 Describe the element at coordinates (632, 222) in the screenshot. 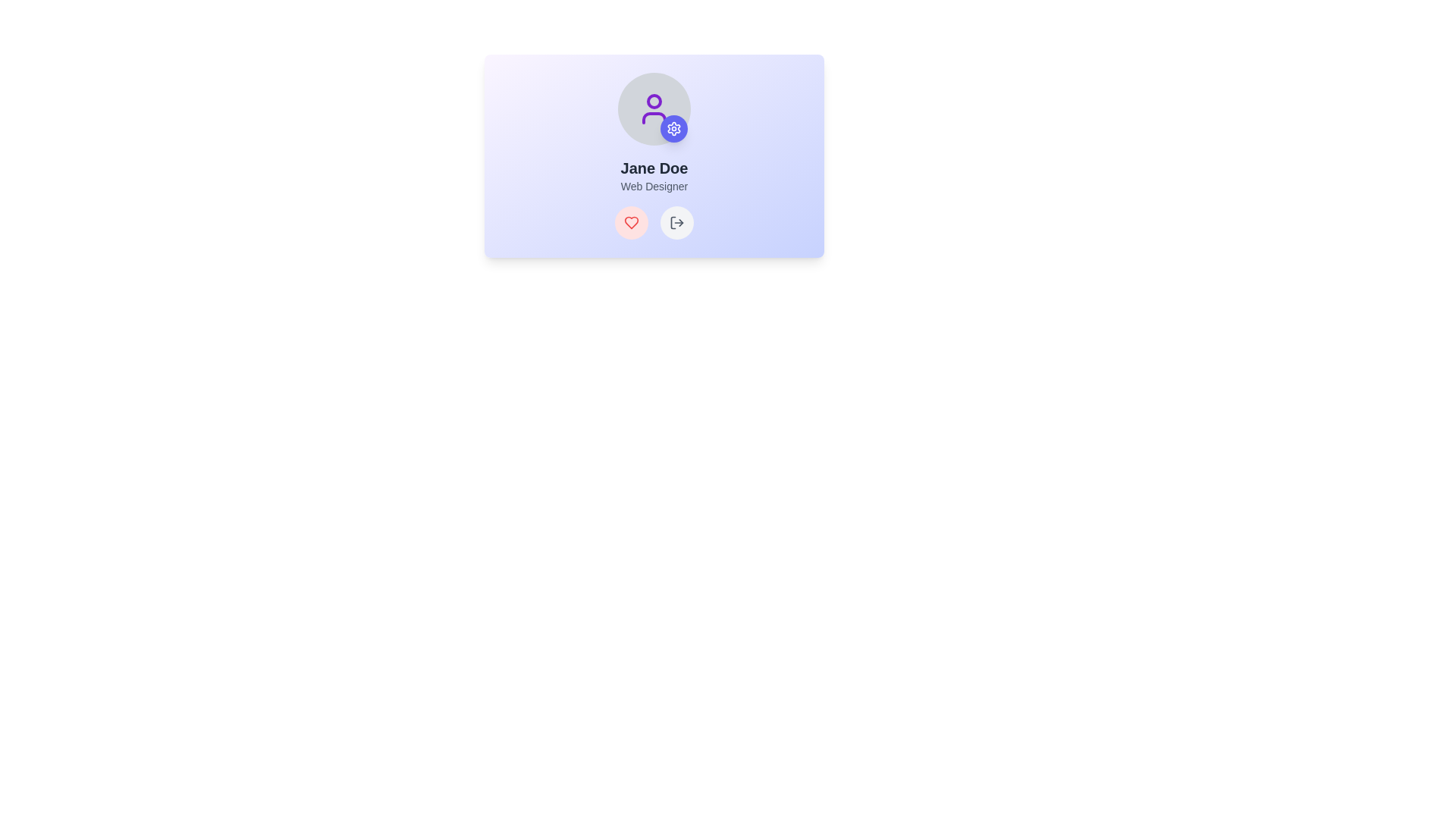

I see `the 'like' or 'favorite' button positioned centrally in the bottom row of the card-like UI element` at that location.